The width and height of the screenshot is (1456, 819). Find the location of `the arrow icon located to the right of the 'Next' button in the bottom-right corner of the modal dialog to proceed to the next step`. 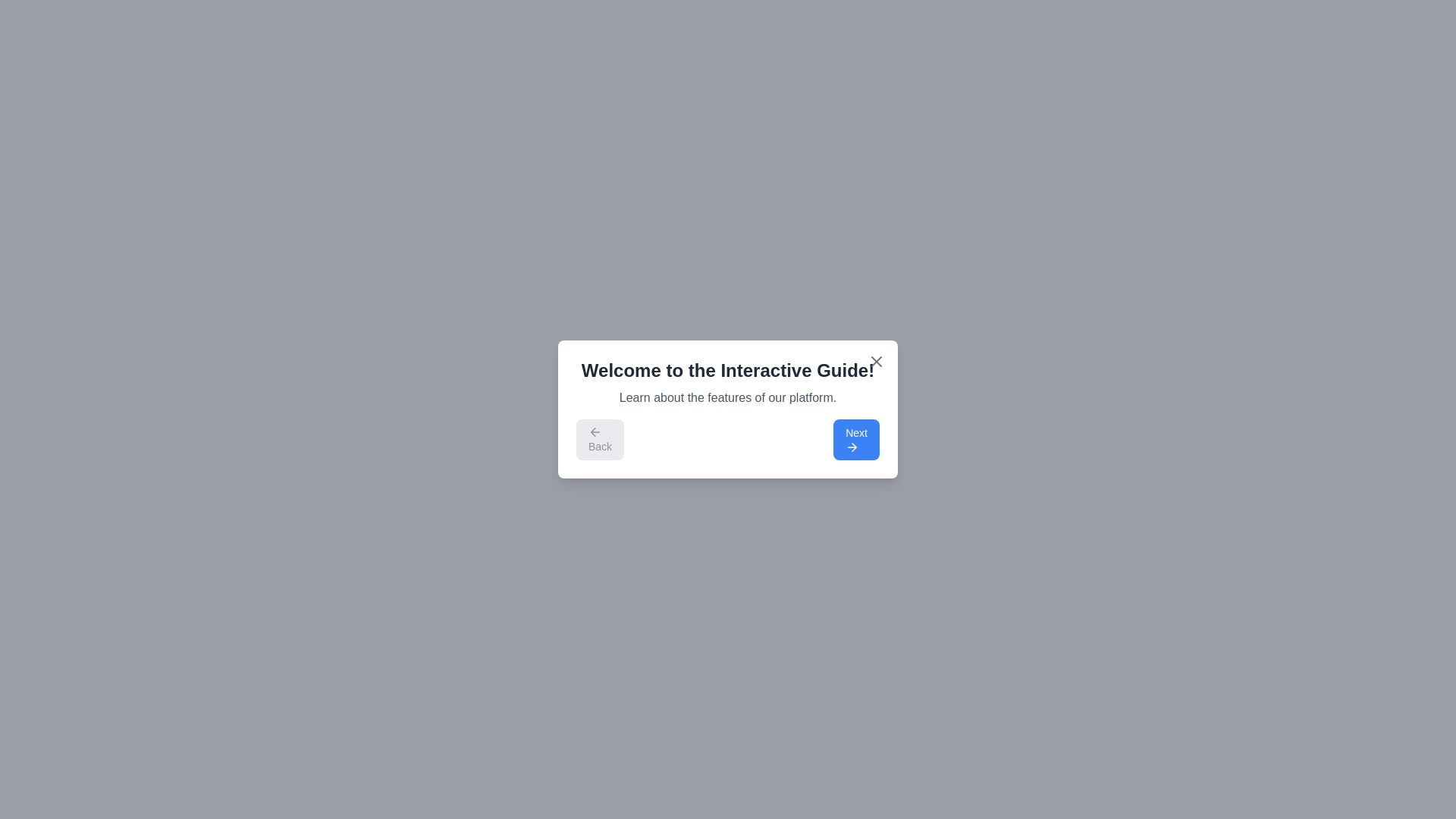

the arrow icon located to the right of the 'Next' button in the bottom-right corner of the modal dialog to proceed to the next step is located at coordinates (852, 447).